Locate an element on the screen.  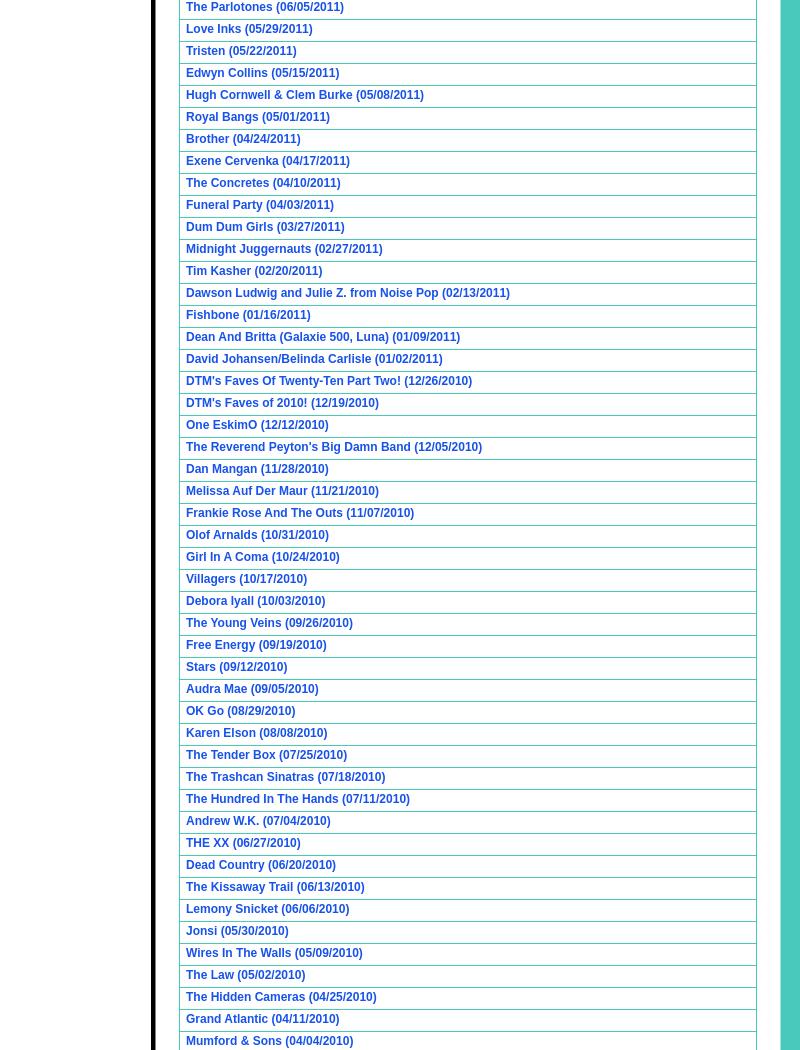
'Dead Country (06/20/2010)' is located at coordinates (259, 863).